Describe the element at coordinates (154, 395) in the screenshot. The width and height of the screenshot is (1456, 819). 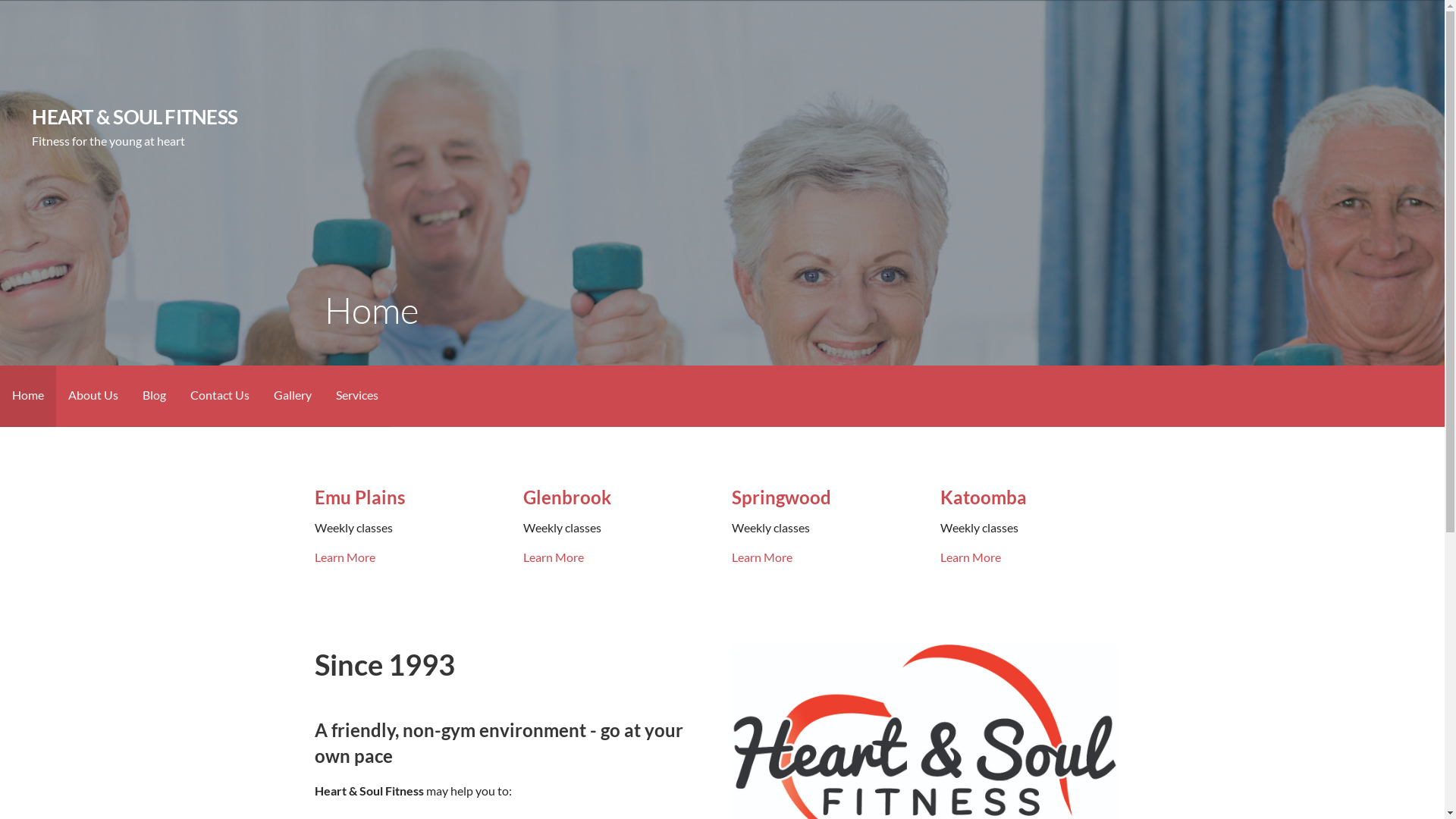
I see `'Blog'` at that location.